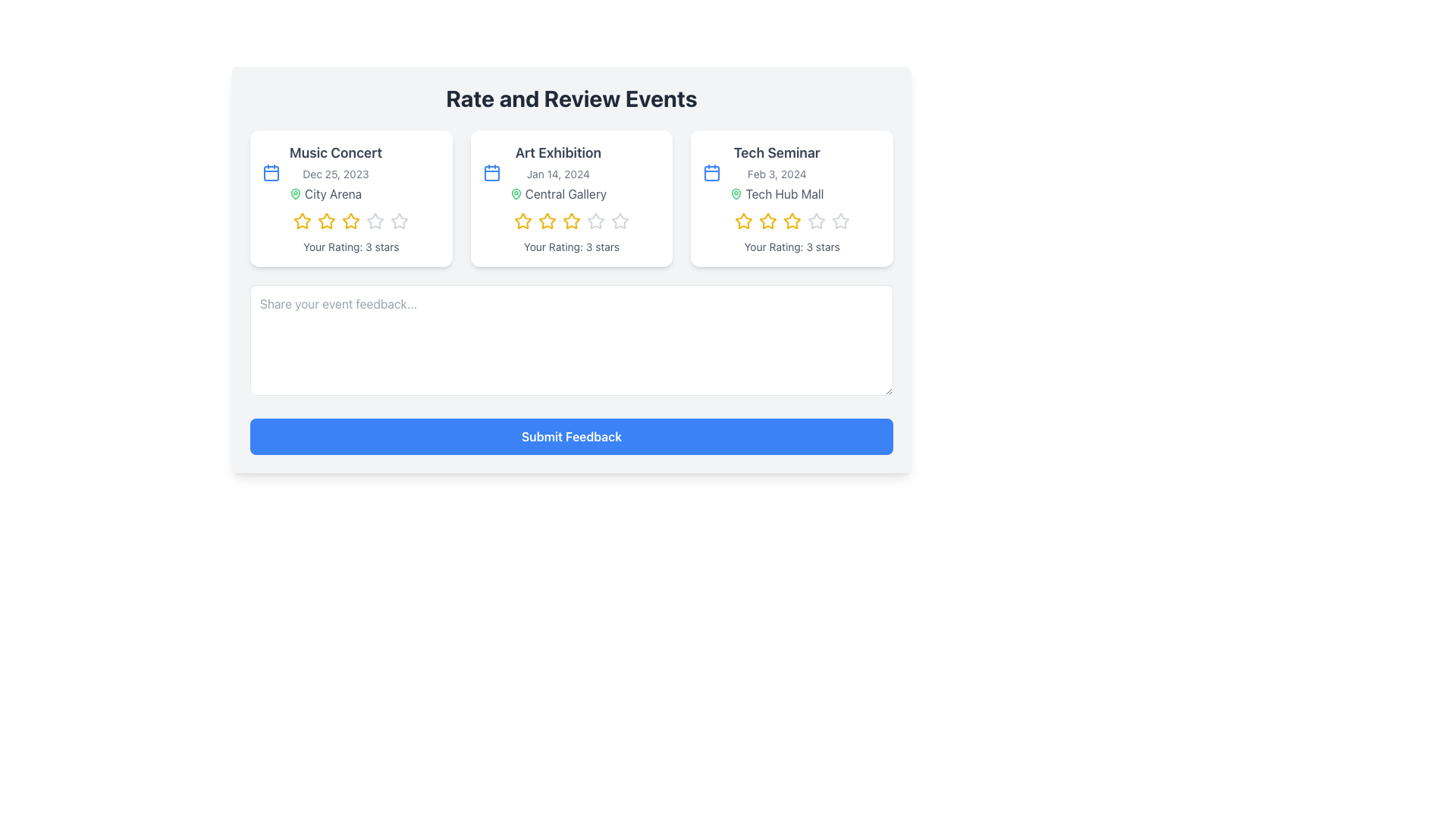 This screenshot has width=1456, height=819. I want to click on the second star icon in the rating control for the 'Art Exhibition' event, so click(546, 221).